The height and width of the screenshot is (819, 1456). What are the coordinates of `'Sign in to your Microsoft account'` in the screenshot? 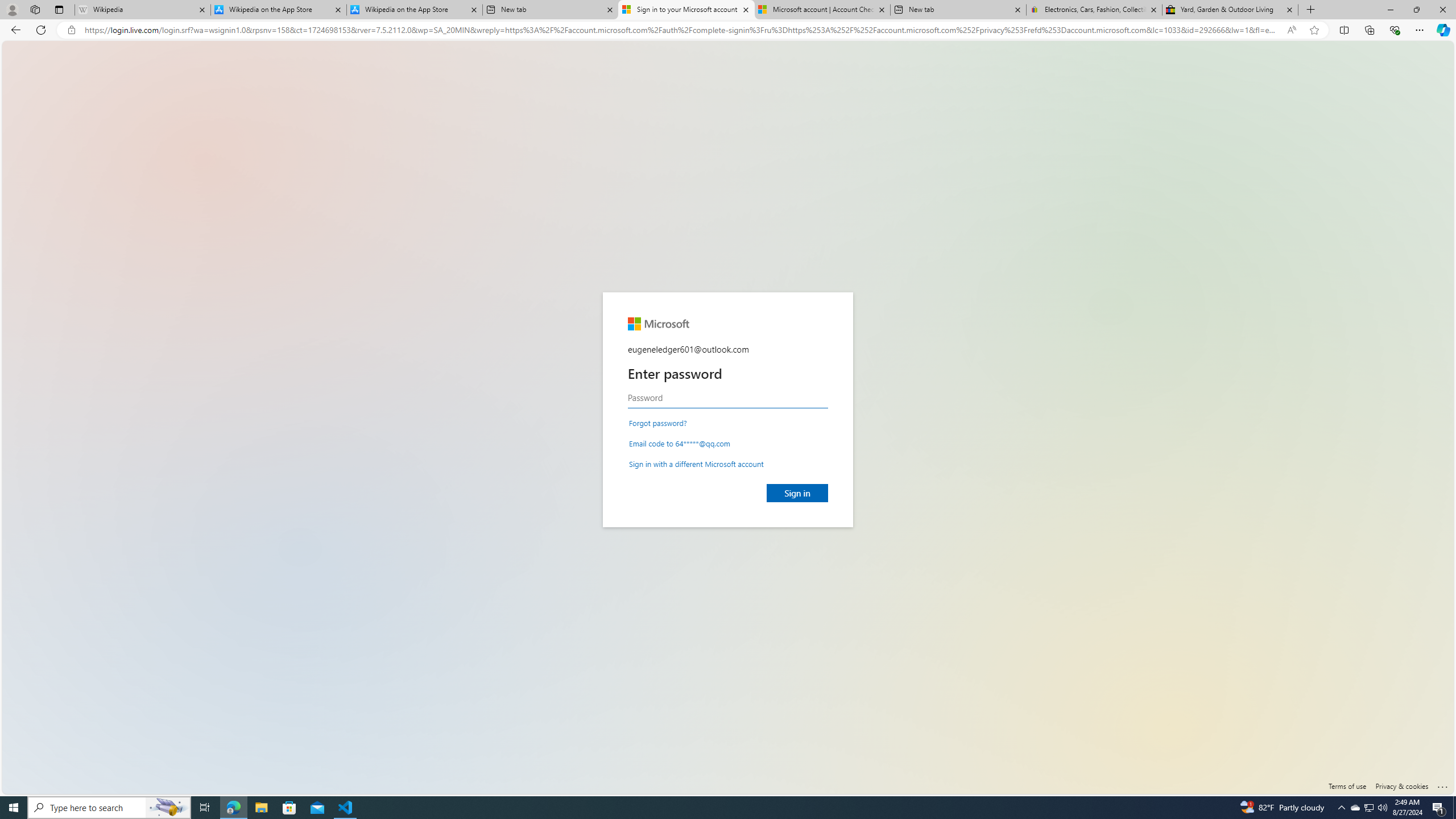 It's located at (685, 9).